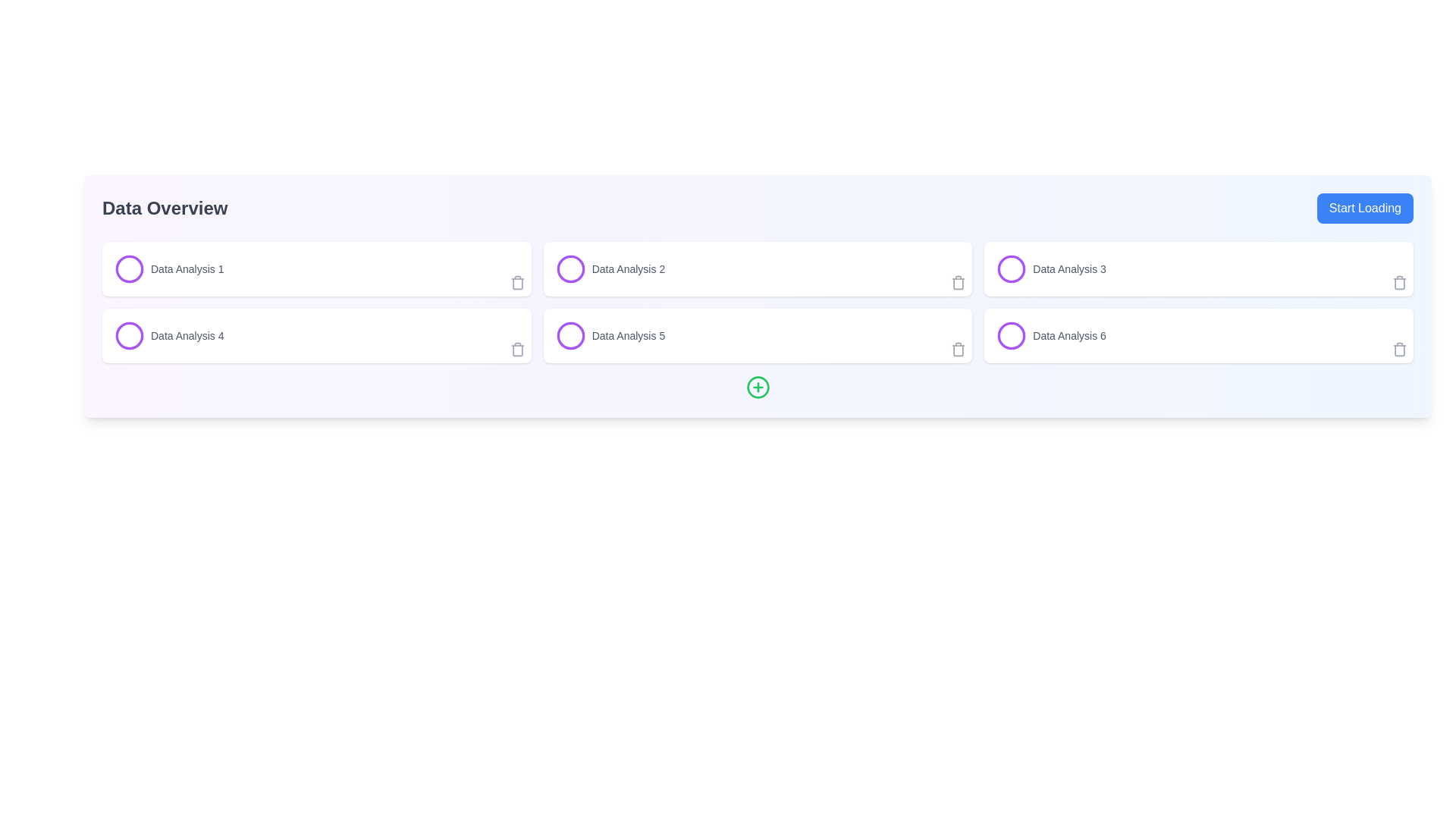 The image size is (1456, 819). Describe the element at coordinates (958, 284) in the screenshot. I see `the delete button (trash can icon) located in the bottom-right corner of the 'Data Analysis 2' card` at that location.